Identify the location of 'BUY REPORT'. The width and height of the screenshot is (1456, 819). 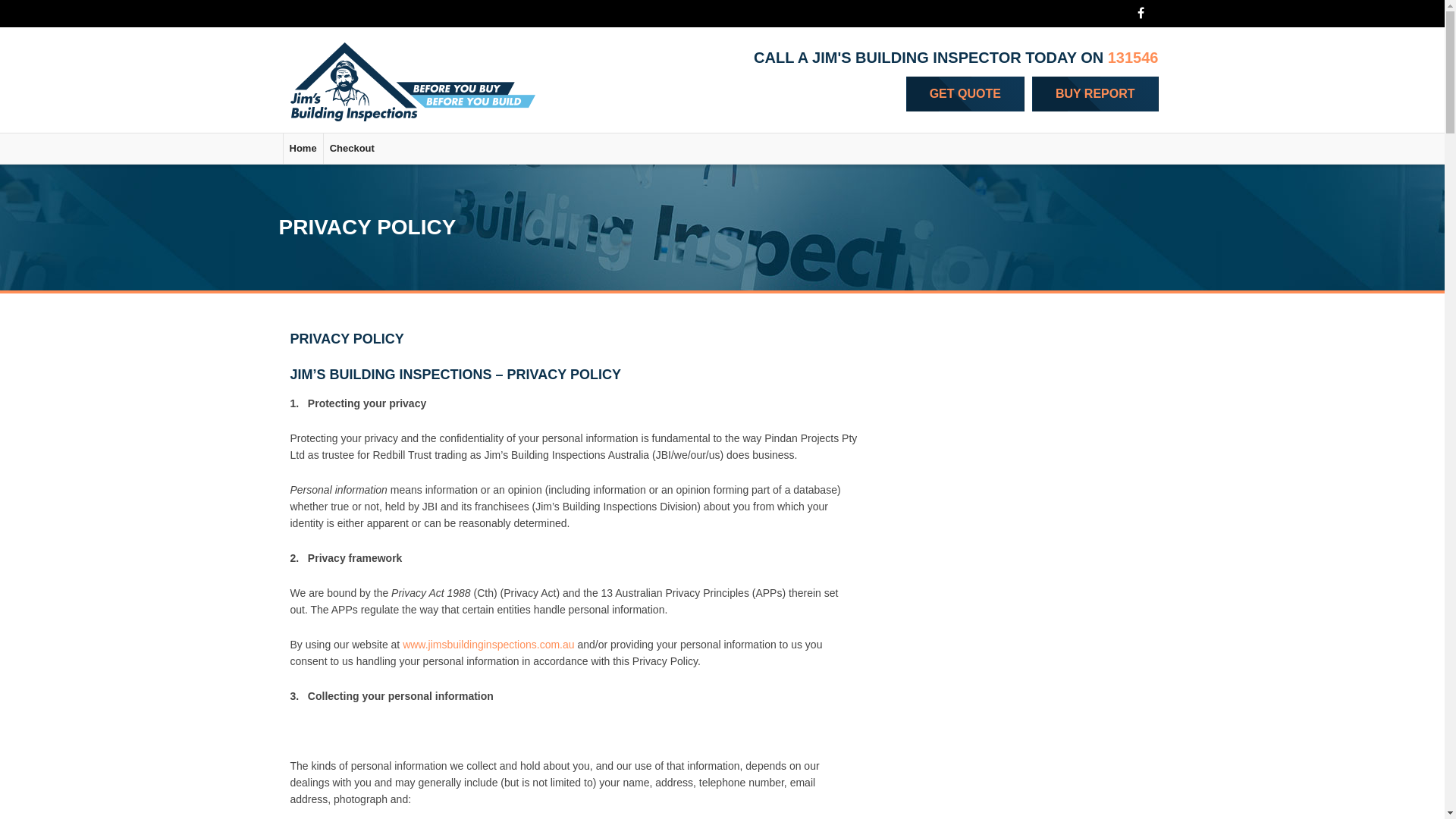
(1031, 93).